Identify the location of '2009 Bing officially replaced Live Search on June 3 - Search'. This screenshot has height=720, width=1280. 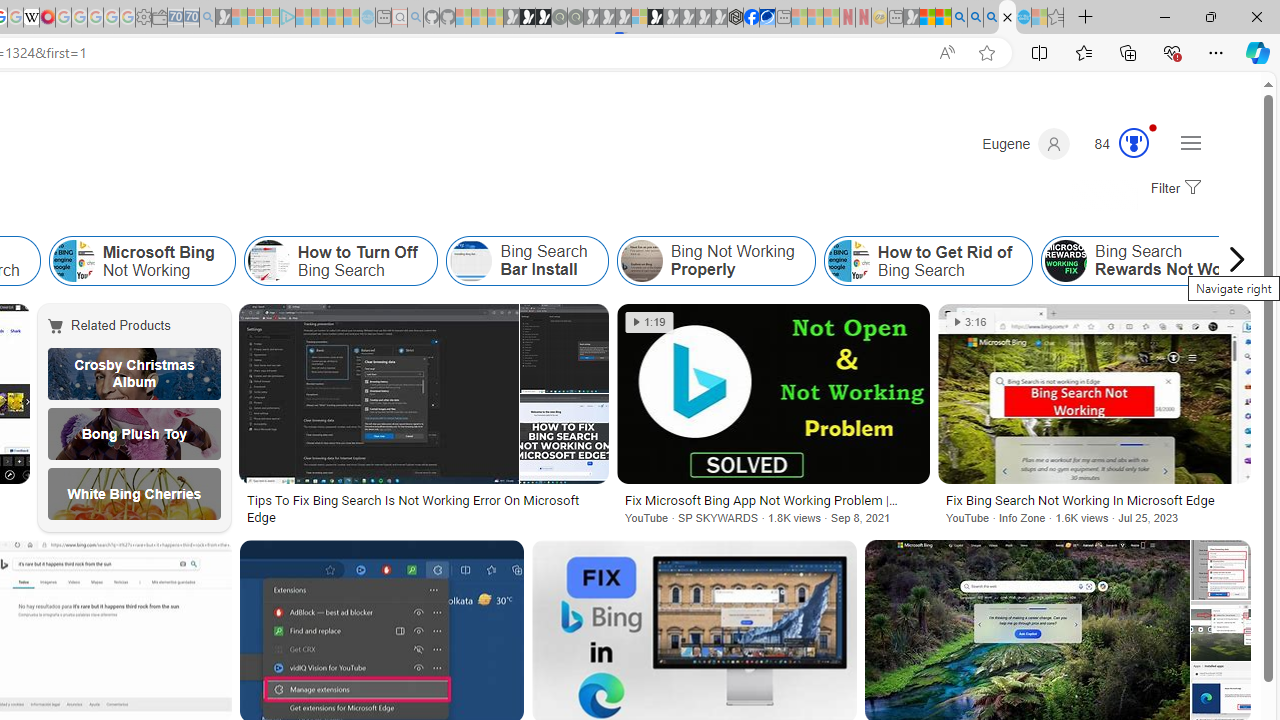
(975, 17).